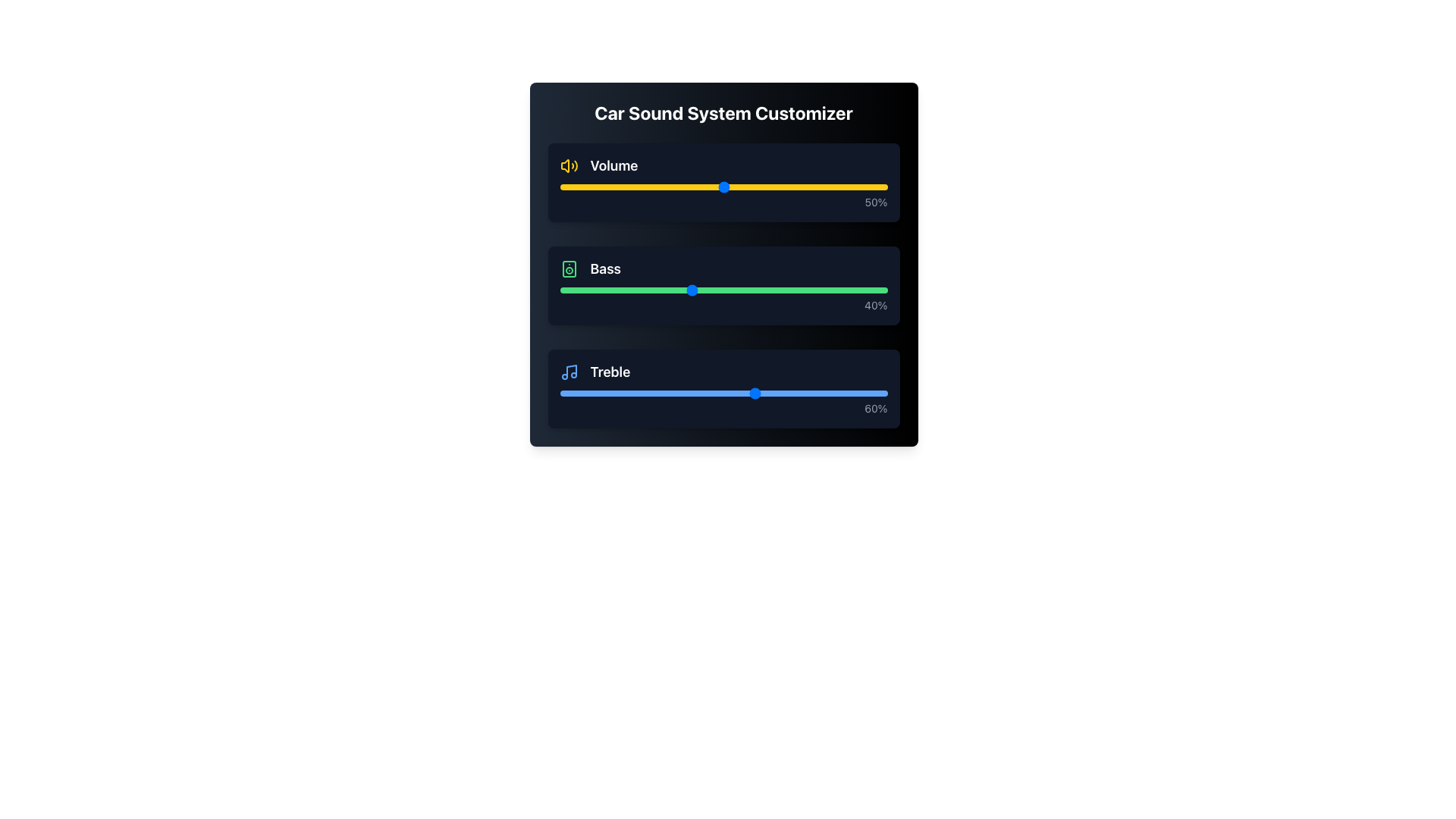 This screenshot has width=1456, height=819. What do you see at coordinates (658, 186) in the screenshot?
I see `volume` at bounding box center [658, 186].